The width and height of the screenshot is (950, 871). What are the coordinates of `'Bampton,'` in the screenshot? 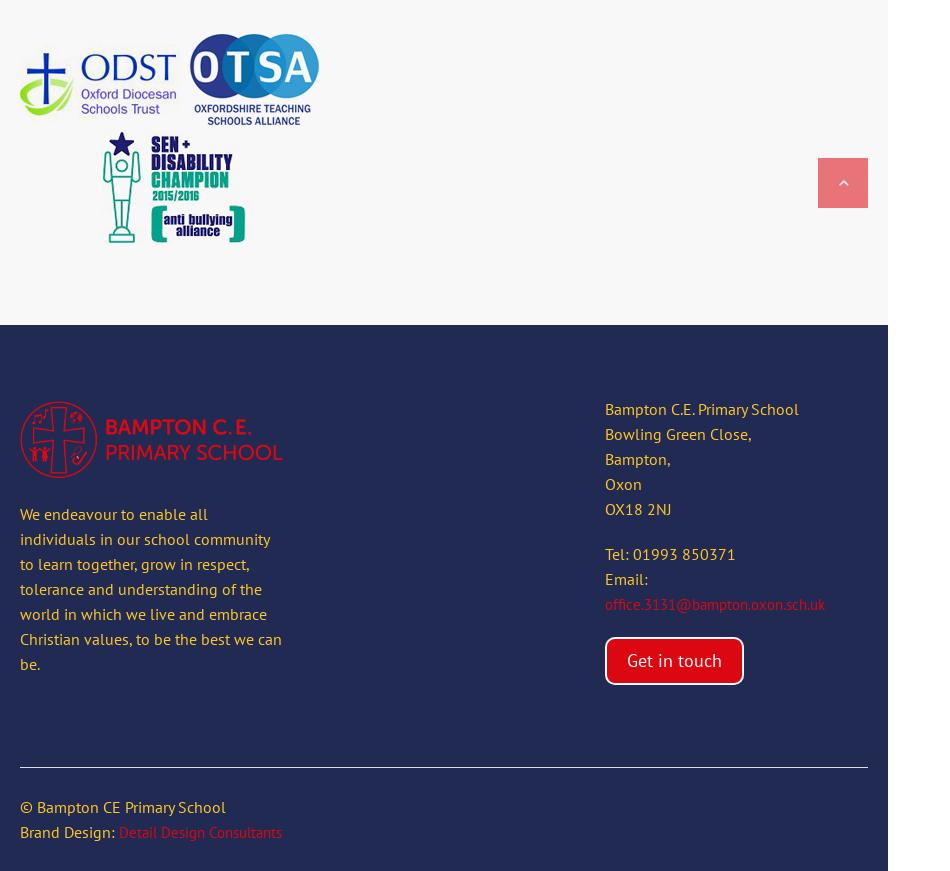 It's located at (604, 459).